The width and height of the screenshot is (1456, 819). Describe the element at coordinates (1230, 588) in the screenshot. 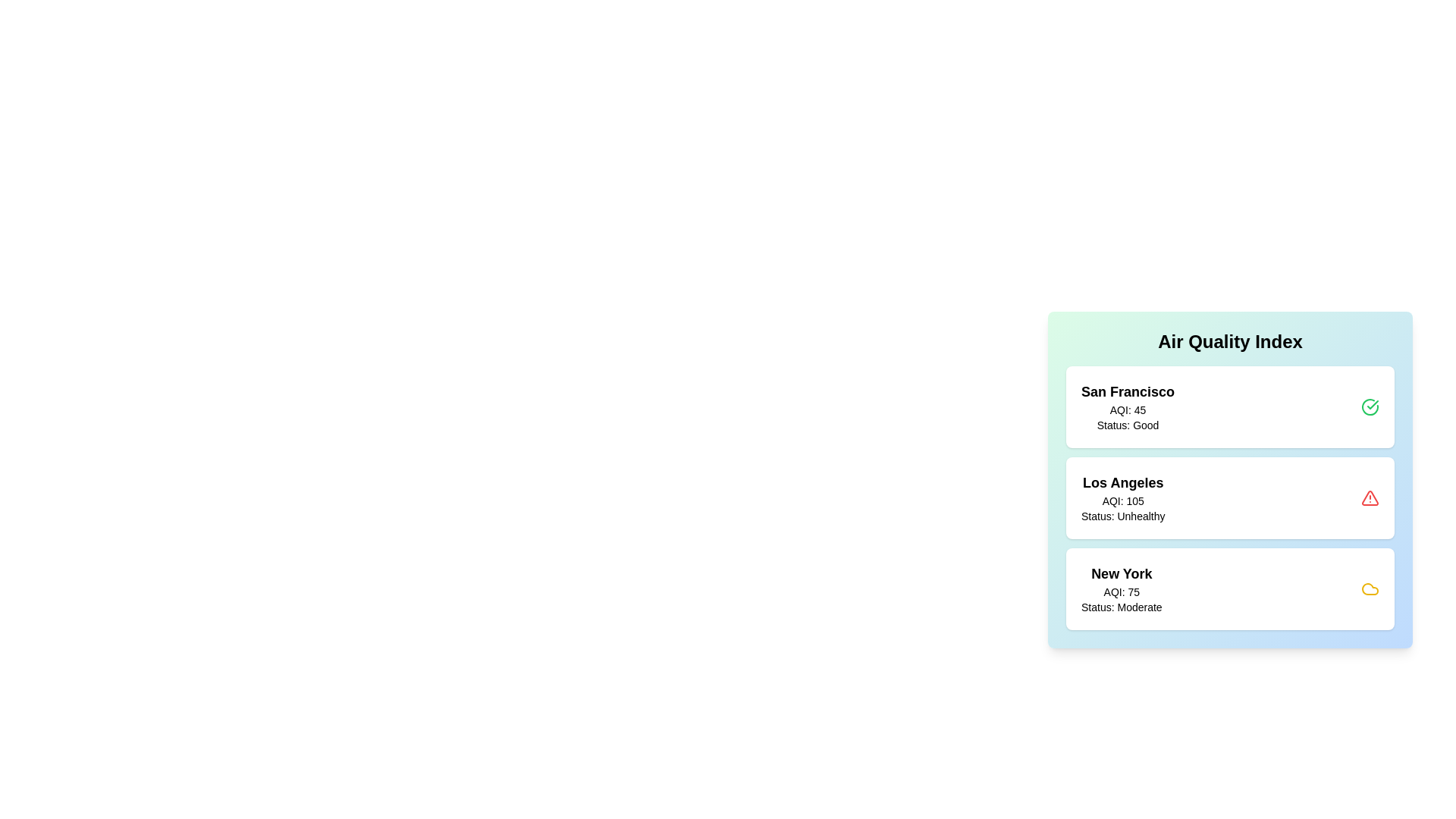

I see `the location card for New York` at that location.